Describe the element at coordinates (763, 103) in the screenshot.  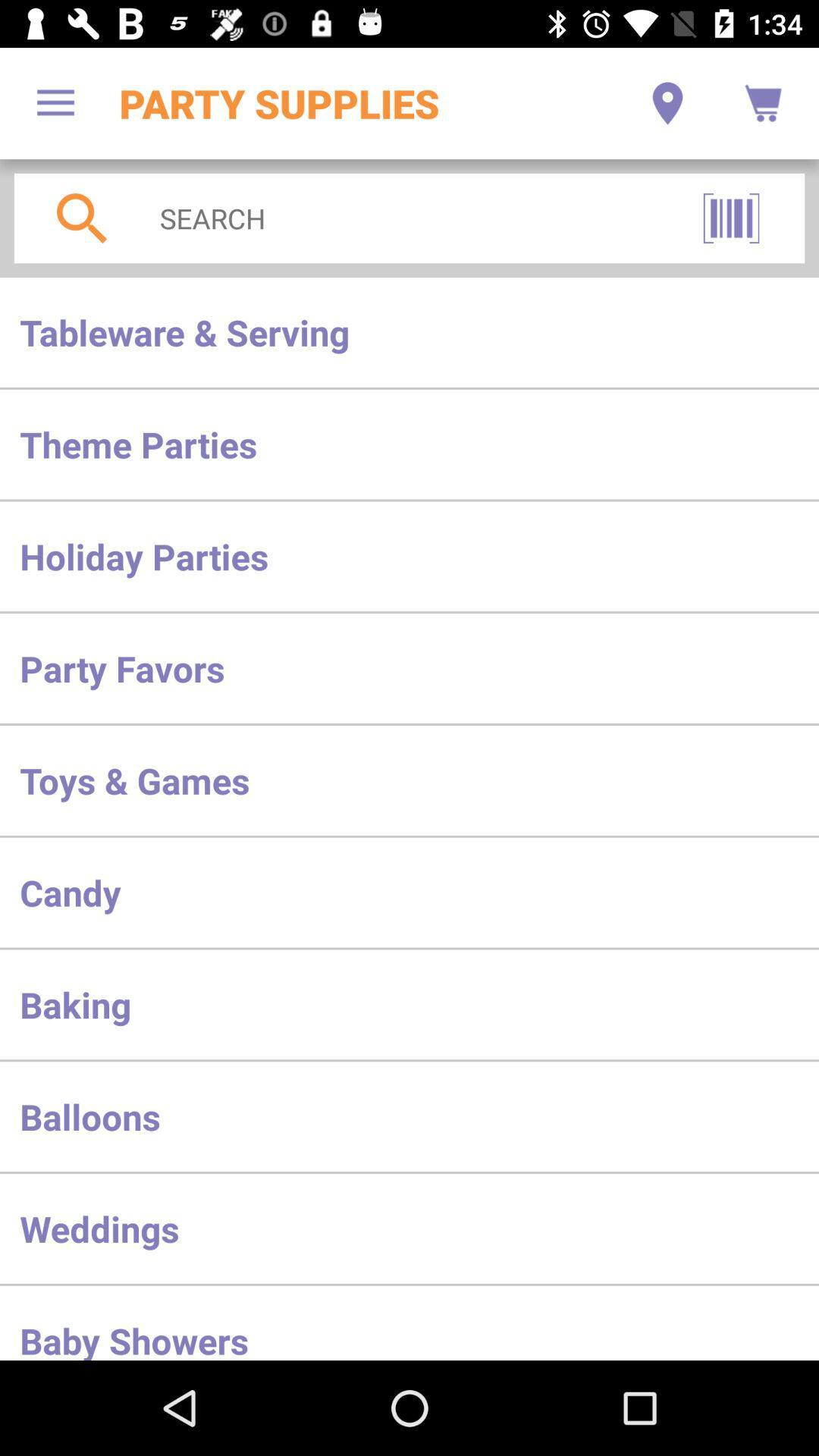
I see `icon on the top right corner` at that location.